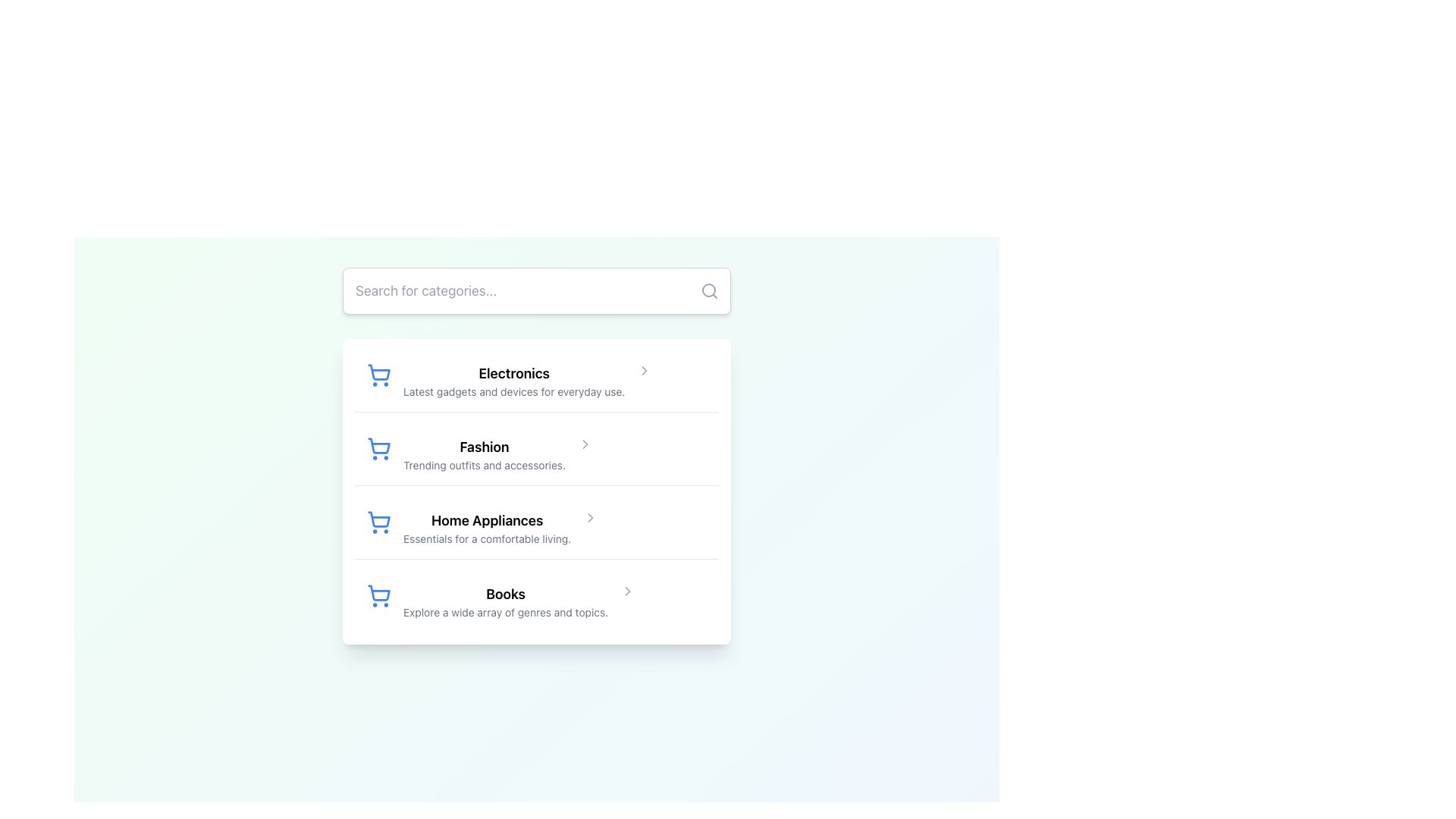 Image resolution: width=1456 pixels, height=819 pixels. Describe the element at coordinates (585, 444) in the screenshot. I see `the rightward-facing chevron icon associated with the 'Fashion' category list item` at that location.